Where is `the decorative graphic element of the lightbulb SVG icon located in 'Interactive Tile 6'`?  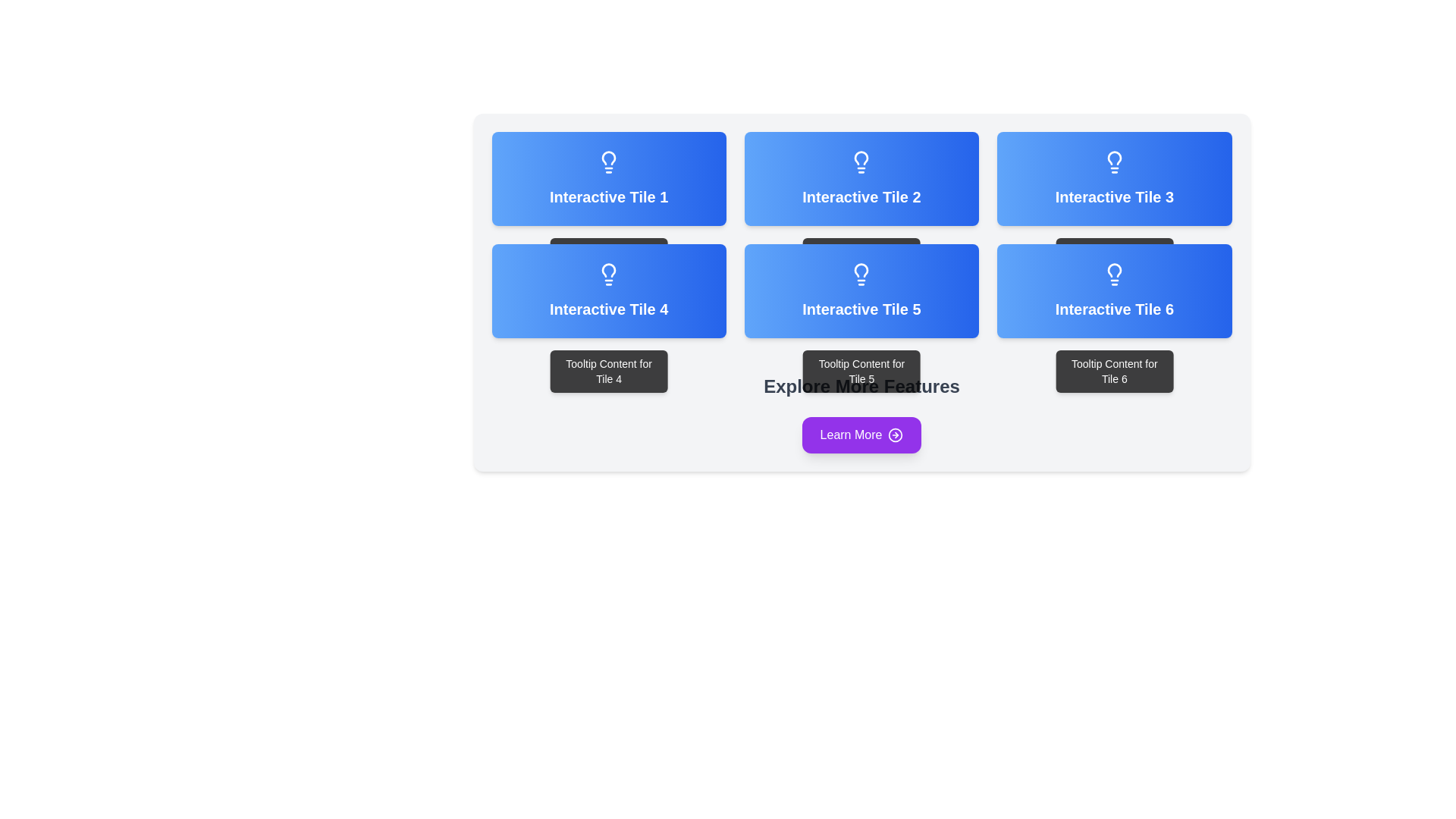
the decorative graphic element of the lightbulb SVG icon located in 'Interactive Tile 6' is located at coordinates (1114, 269).